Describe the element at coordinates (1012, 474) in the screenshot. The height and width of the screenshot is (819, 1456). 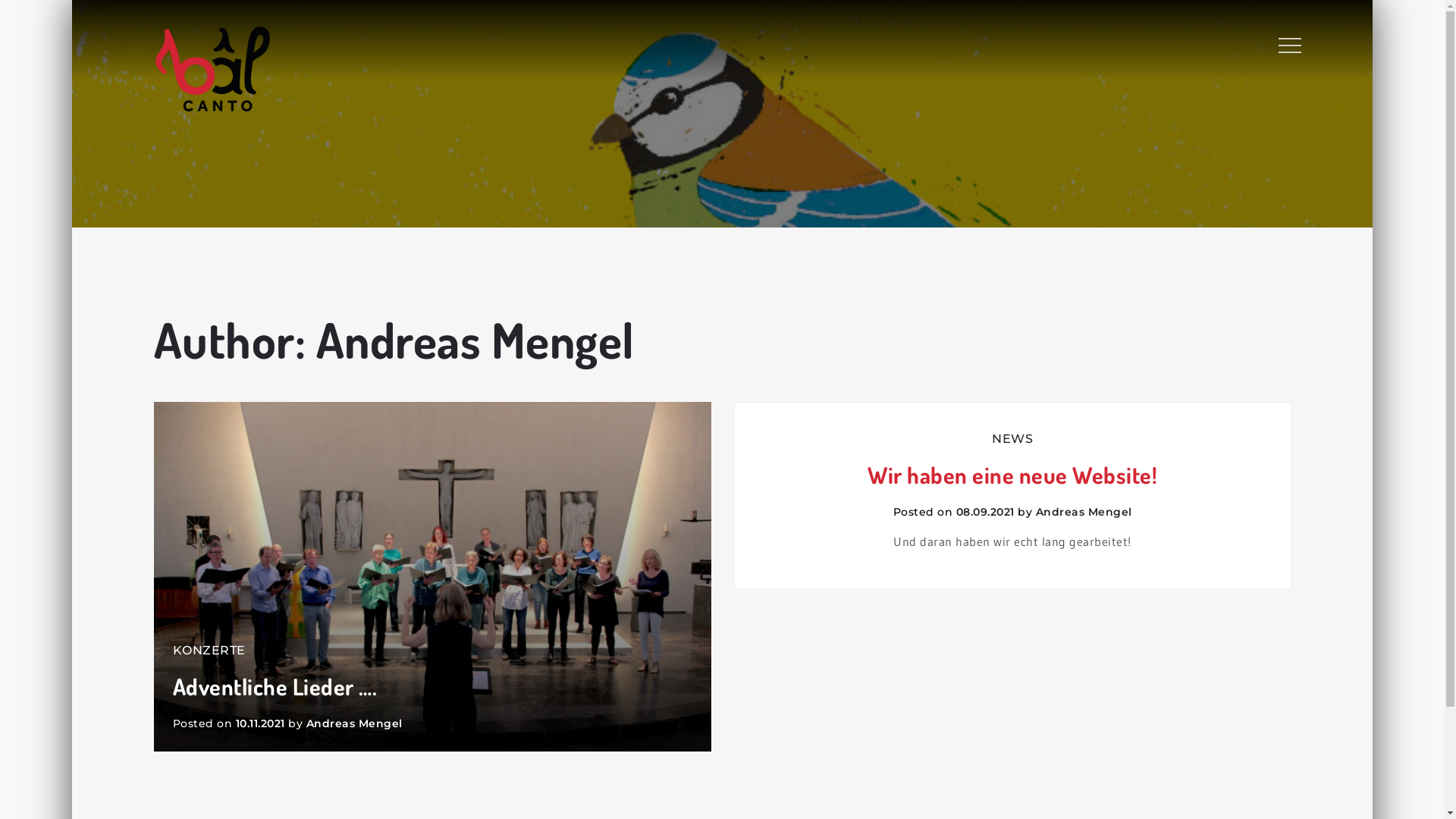
I see `'Wir haben eine neue Website!'` at that location.